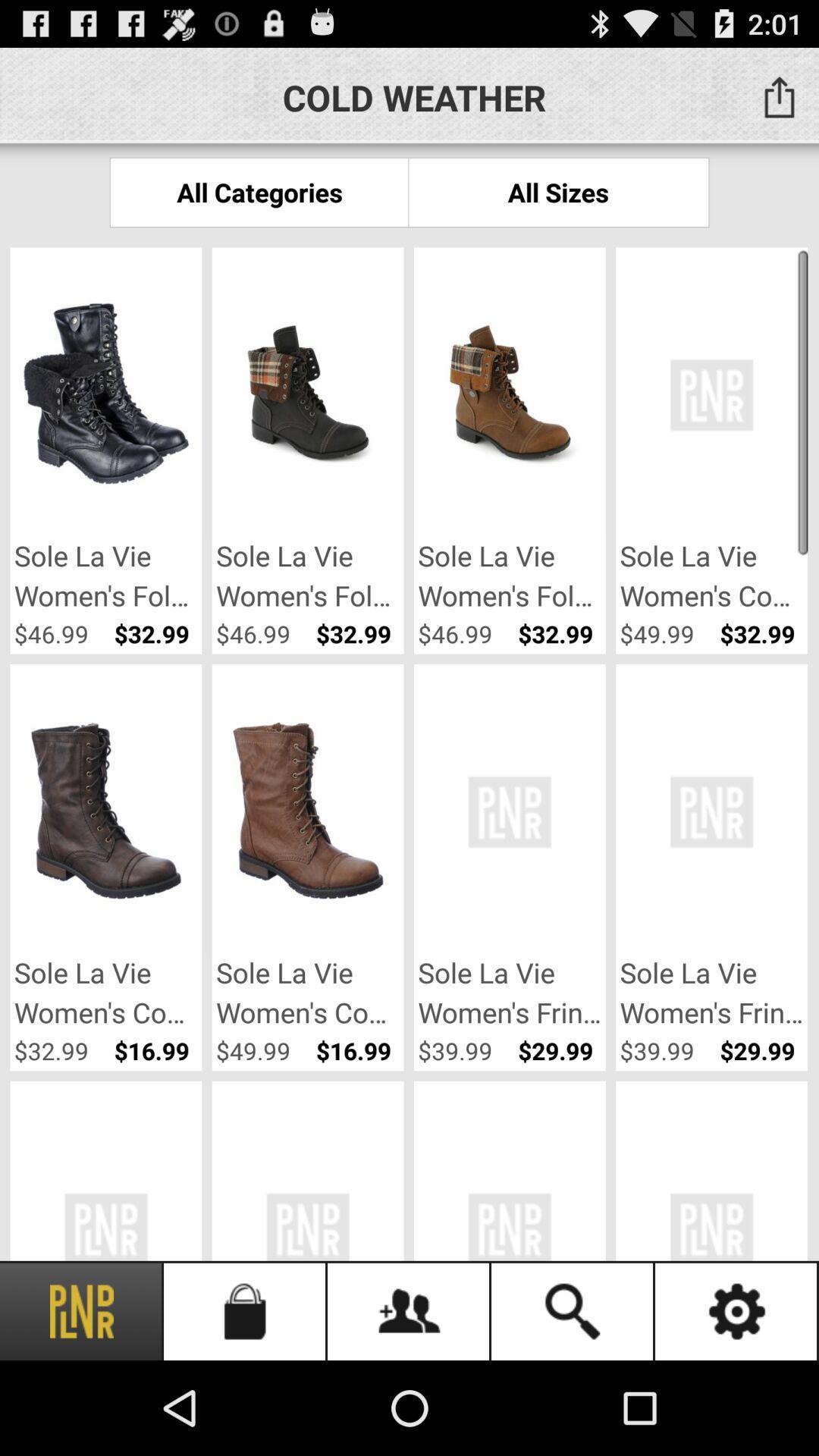 The image size is (819, 1456). I want to click on the all categories item, so click(259, 191).